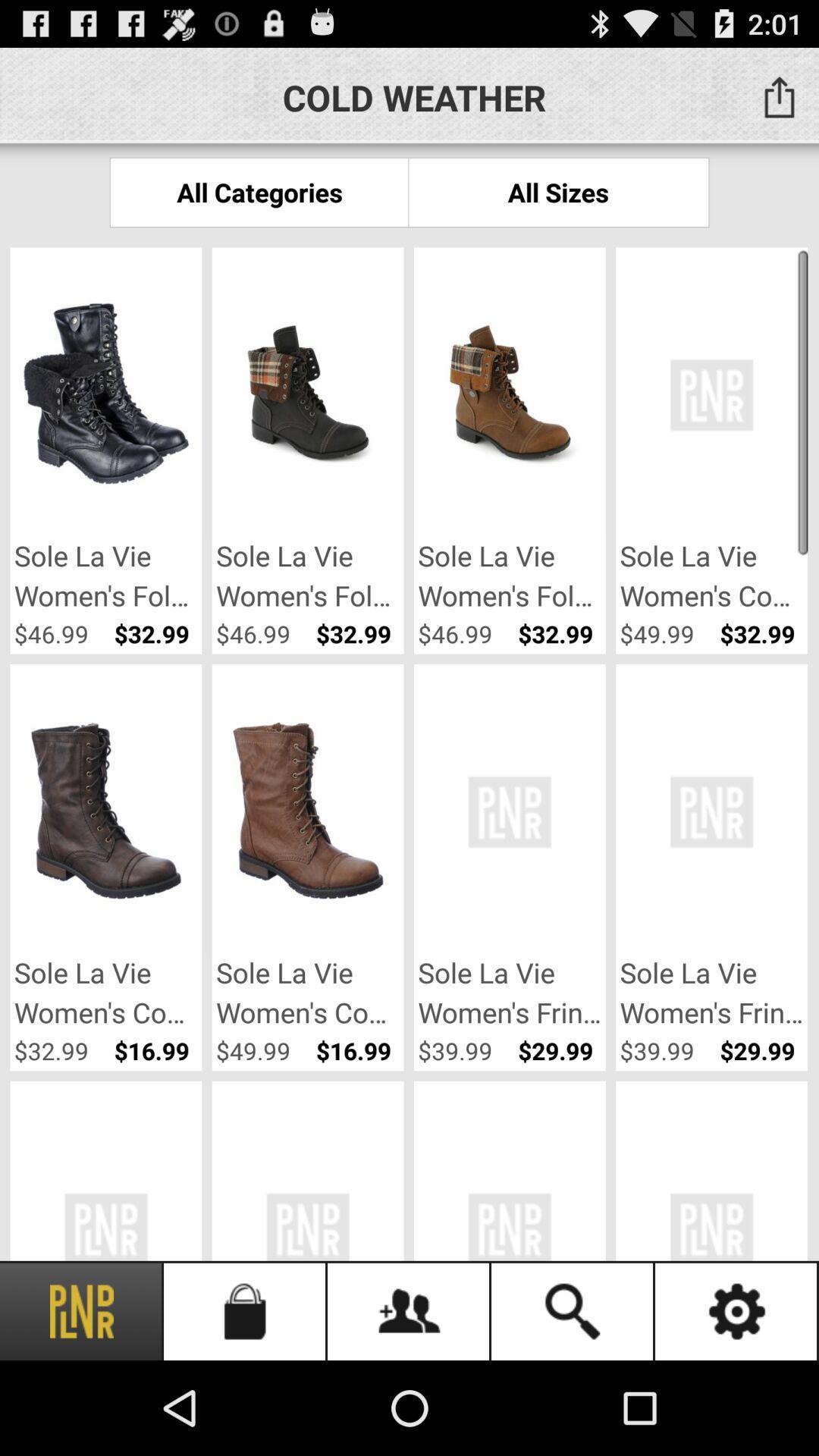 The image size is (819, 1456). I want to click on the all categories item, so click(259, 191).